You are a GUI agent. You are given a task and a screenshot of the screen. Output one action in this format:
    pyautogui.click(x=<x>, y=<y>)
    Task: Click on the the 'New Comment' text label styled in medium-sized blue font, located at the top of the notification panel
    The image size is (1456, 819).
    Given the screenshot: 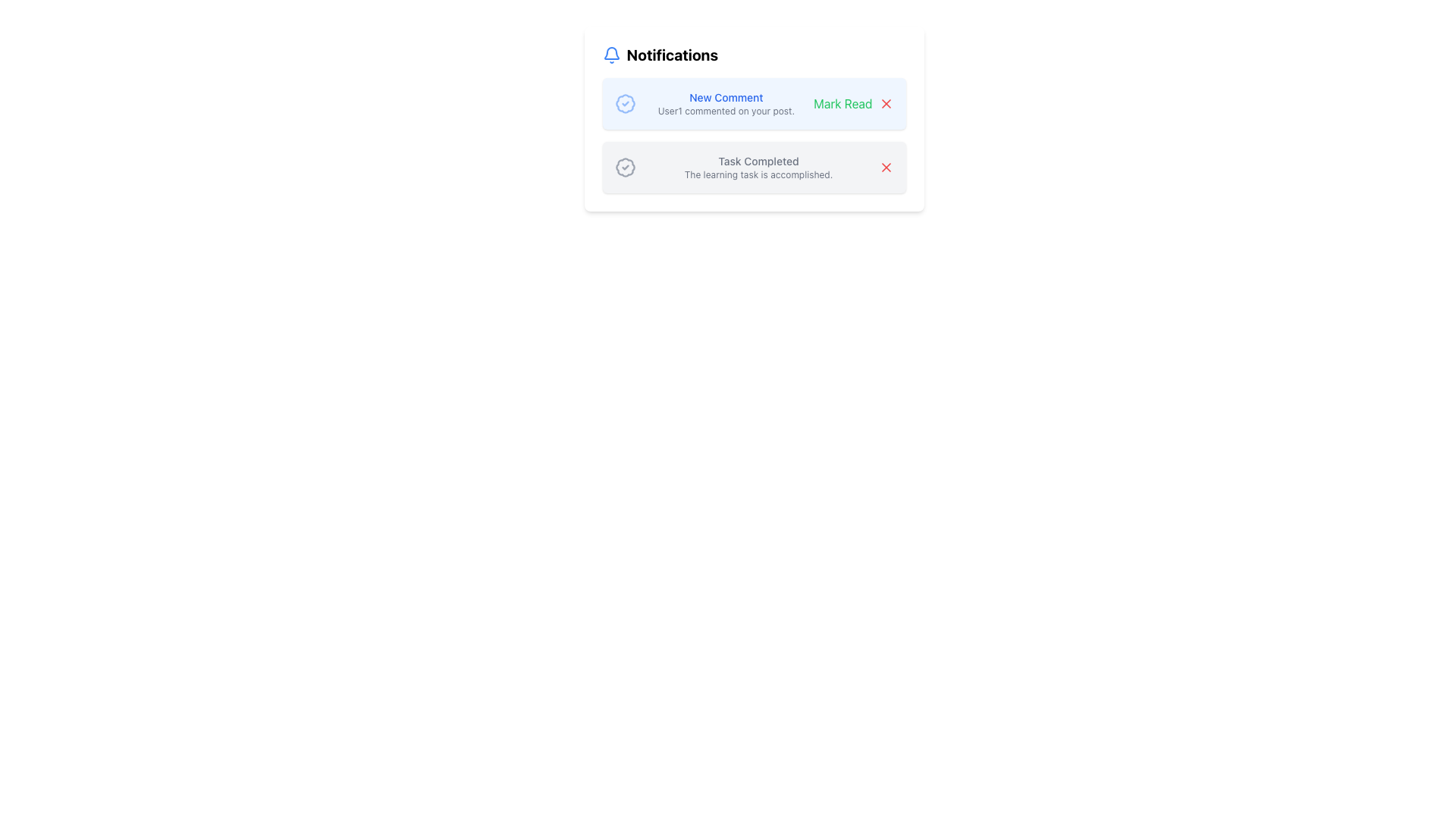 What is the action you would take?
    pyautogui.click(x=725, y=97)
    